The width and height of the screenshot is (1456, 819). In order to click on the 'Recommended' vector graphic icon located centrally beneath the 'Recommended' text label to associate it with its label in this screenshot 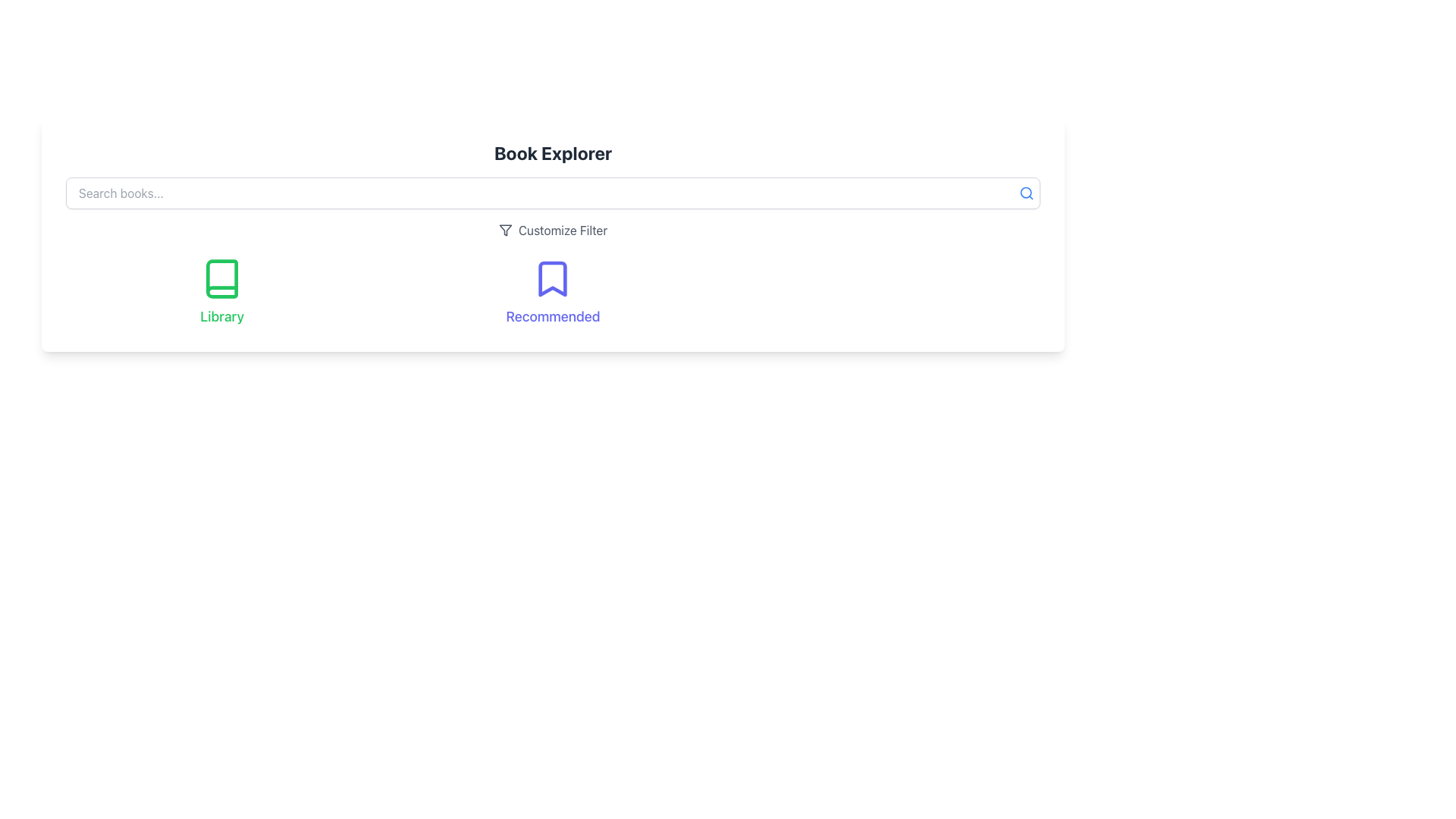, I will do `click(552, 278)`.